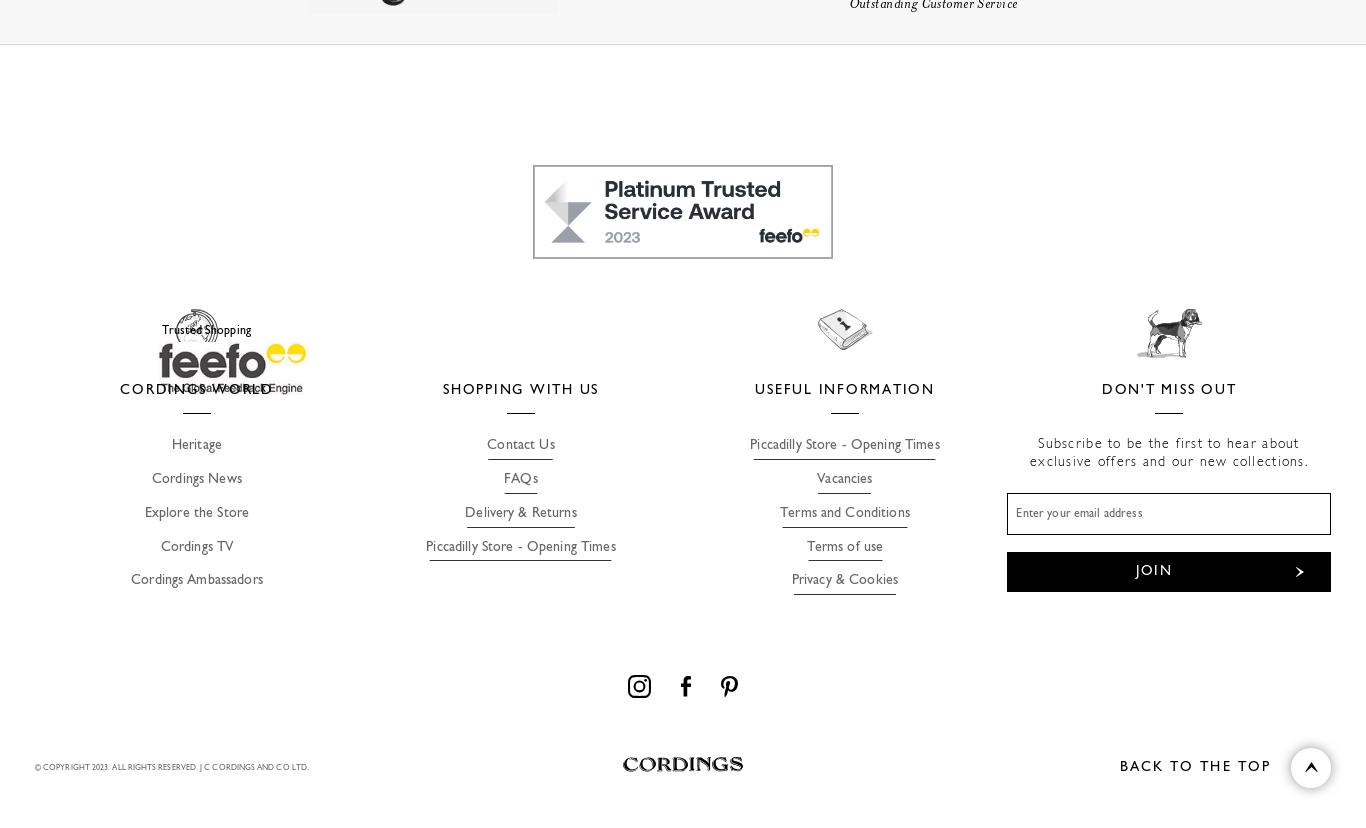 Image resolution: width=1366 pixels, height=828 pixels. Describe the element at coordinates (520, 388) in the screenshot. I see `'Shopping with us'` at that location.